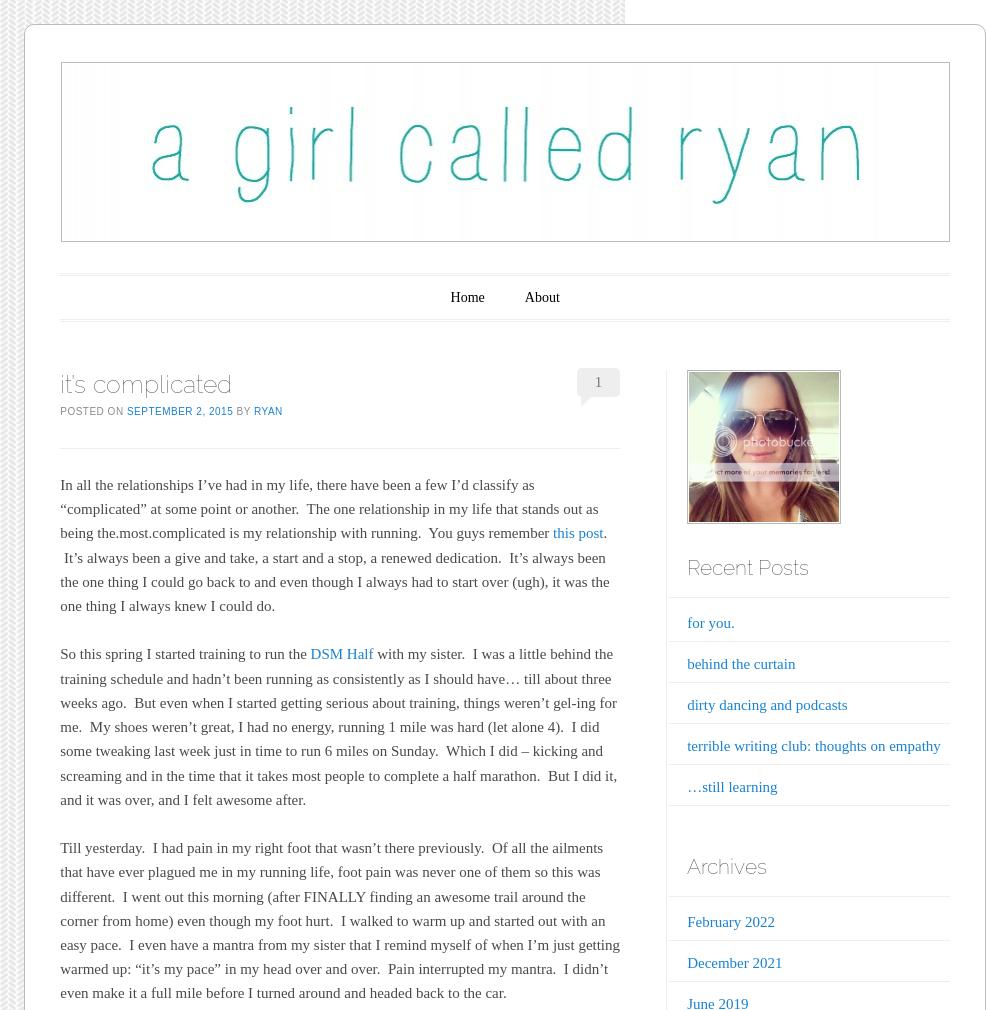 This screenshot has height=1010, width=986. What do you see at coordinates (725, 865) in the screenshot?
I see `'Archives'` at bounding box center [725, 865].